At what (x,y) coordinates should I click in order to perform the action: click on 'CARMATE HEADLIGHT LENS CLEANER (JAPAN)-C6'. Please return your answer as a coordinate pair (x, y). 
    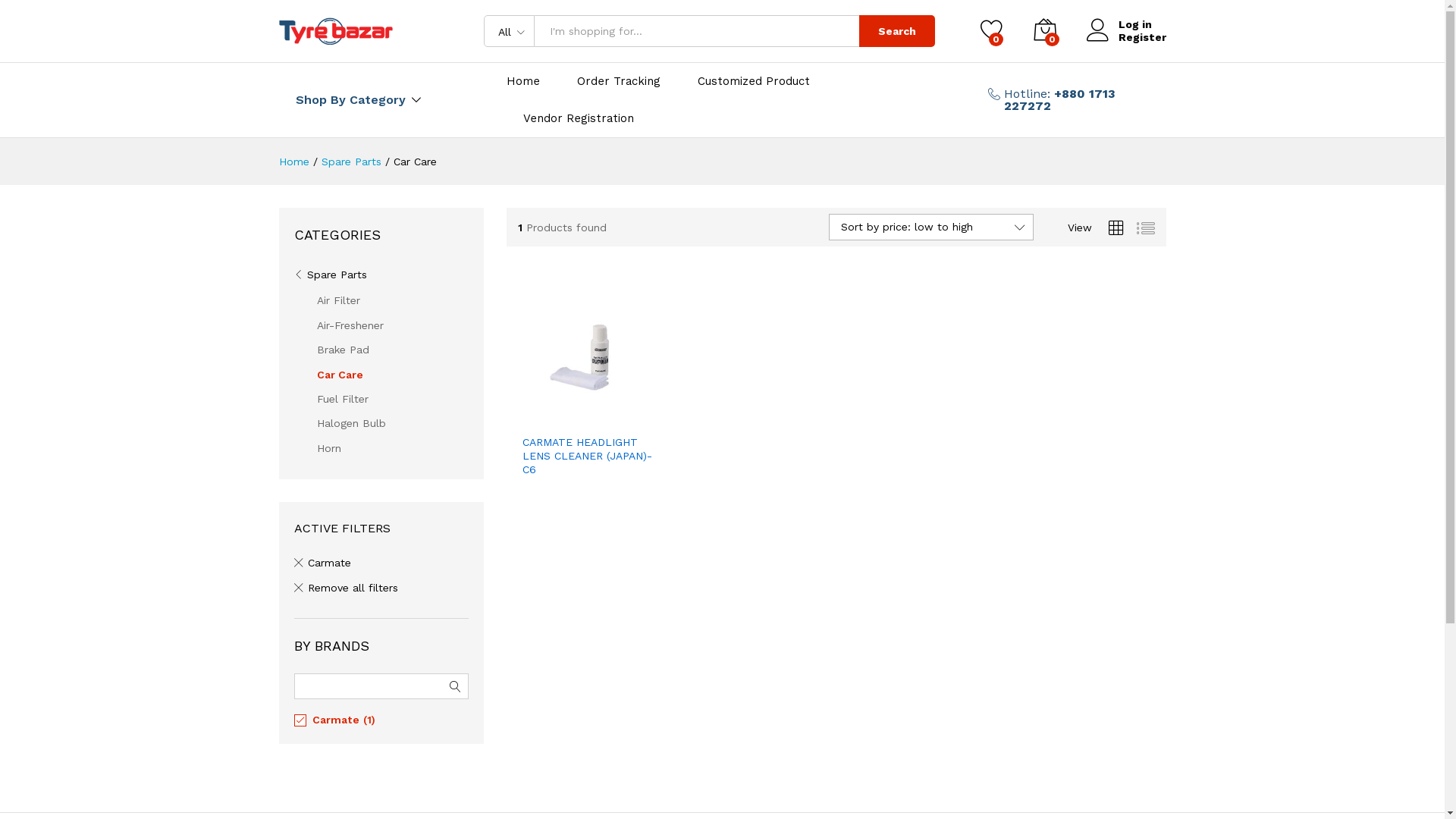
    Looking at the image, I should click on (588, 455).